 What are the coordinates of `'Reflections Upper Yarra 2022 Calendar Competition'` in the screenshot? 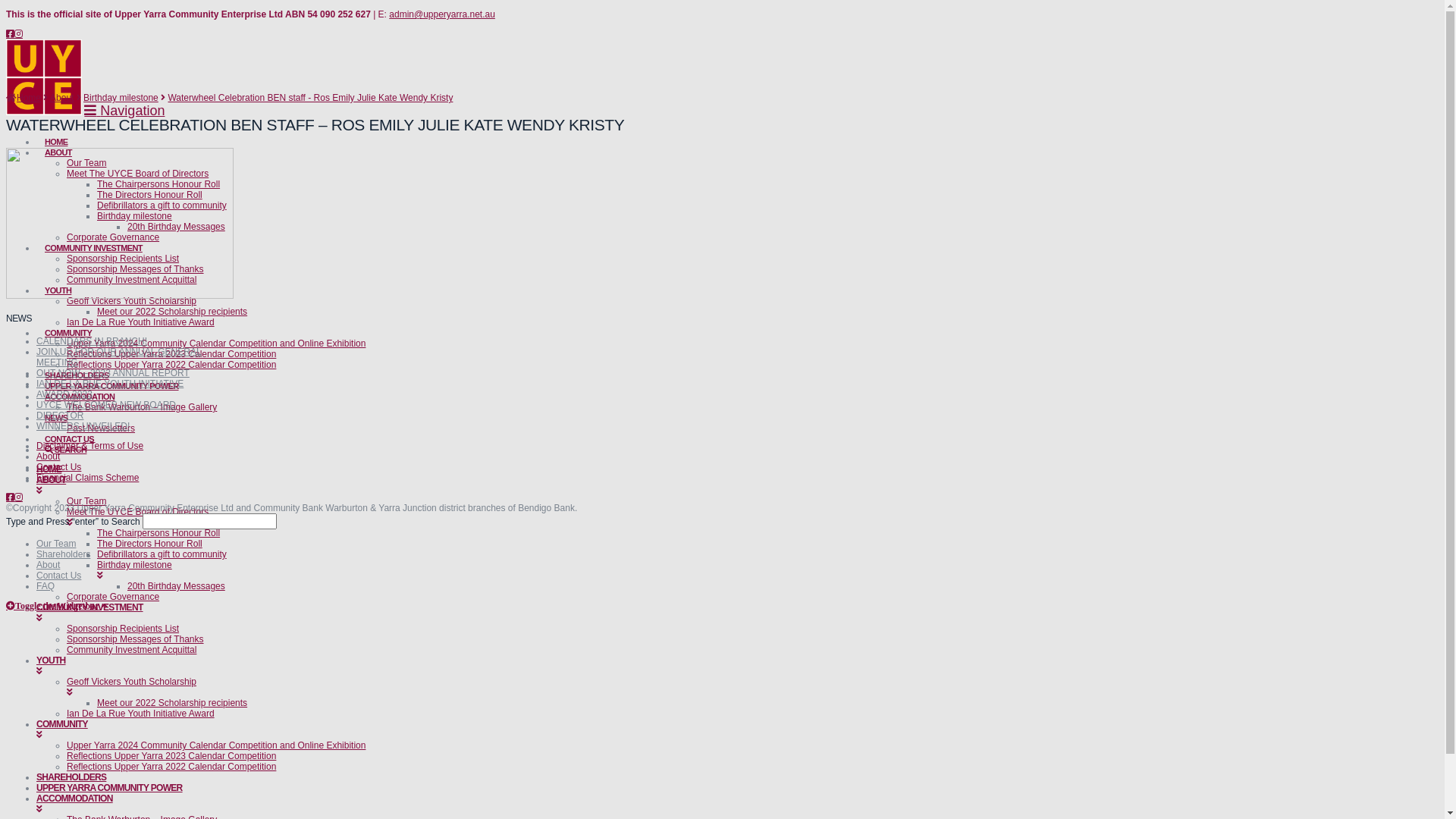 It's located at (171, 365).